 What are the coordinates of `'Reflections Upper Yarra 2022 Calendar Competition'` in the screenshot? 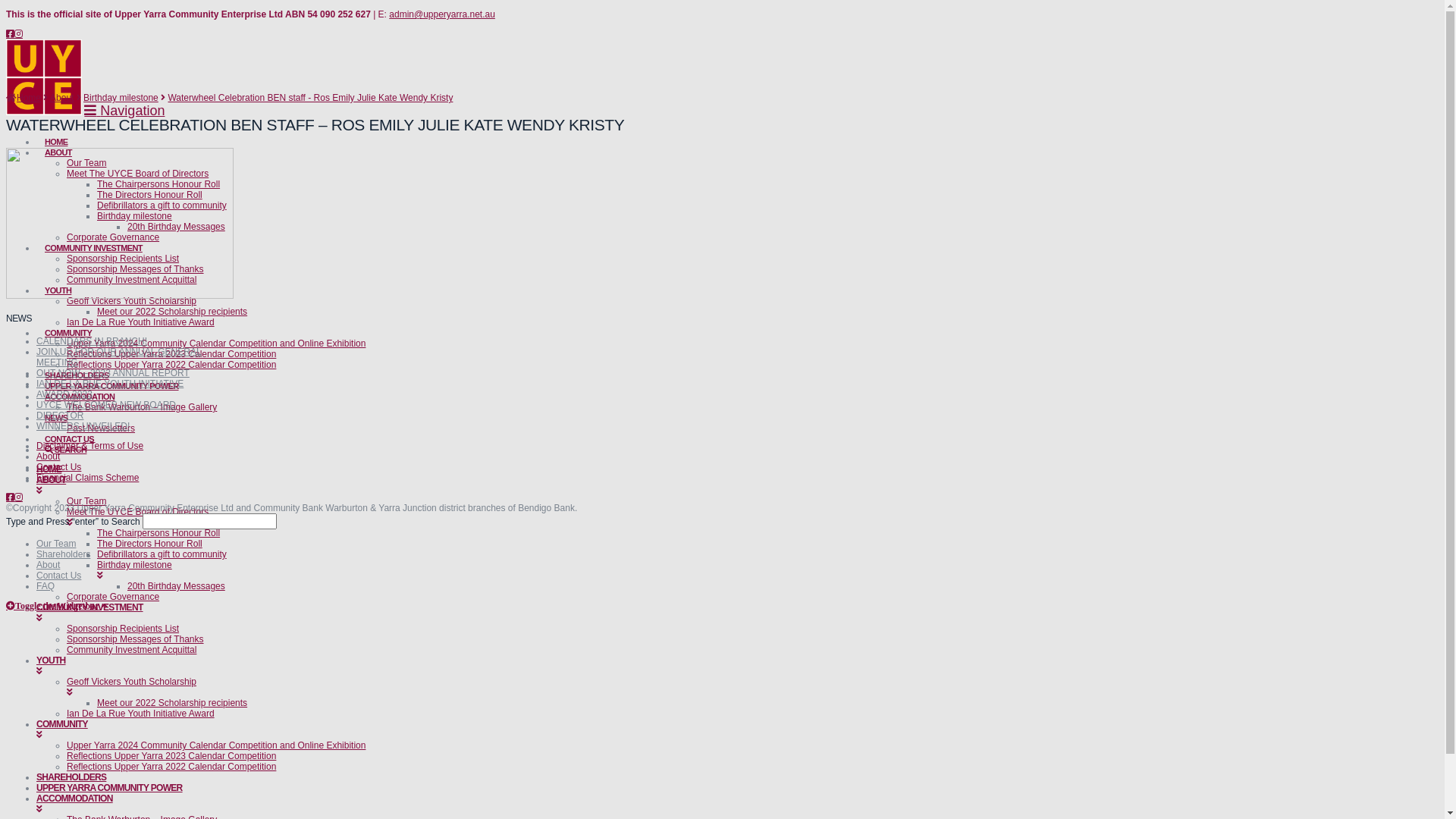 It's located at (171, 365).